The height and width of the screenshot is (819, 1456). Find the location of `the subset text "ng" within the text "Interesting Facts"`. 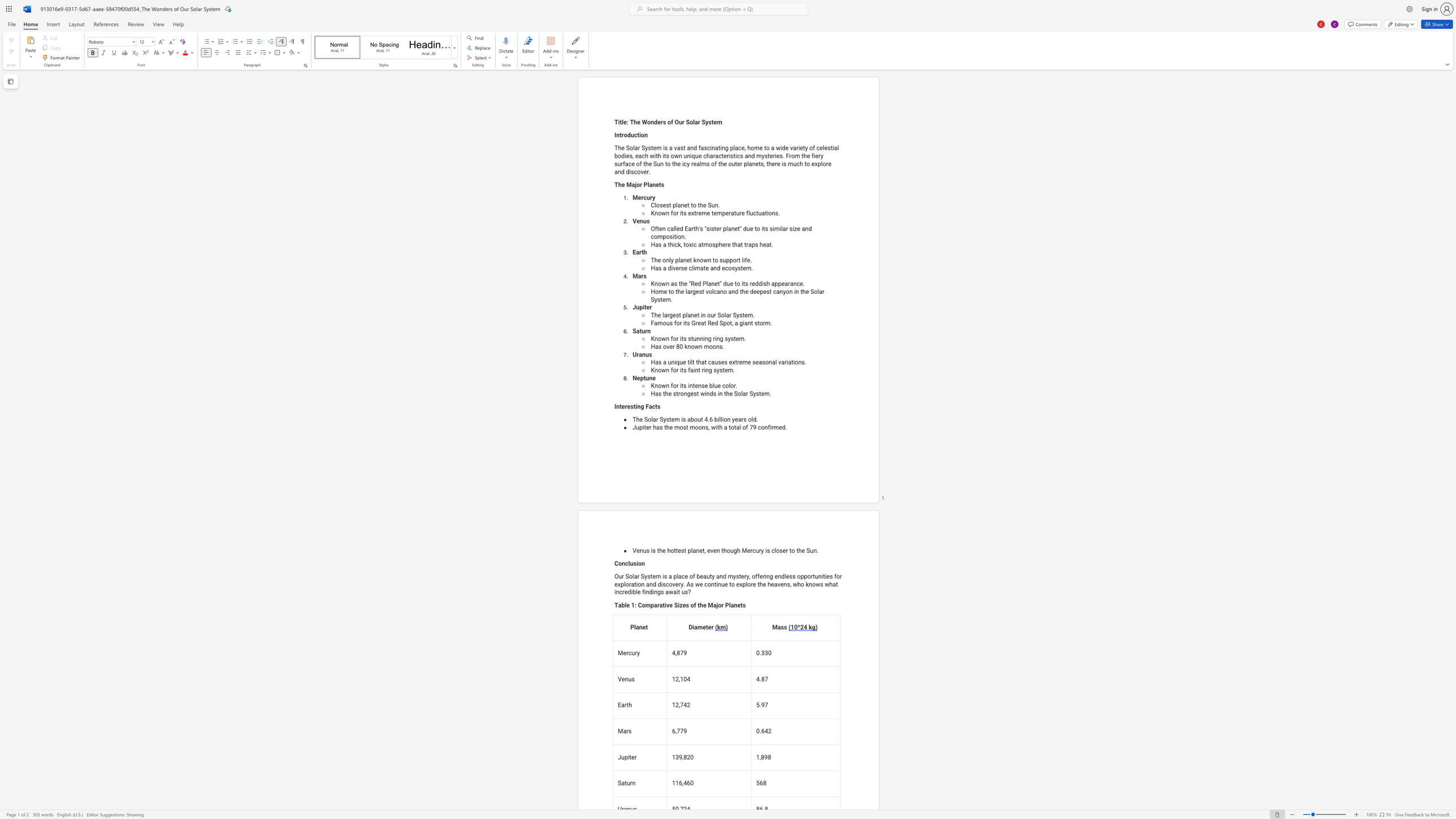

the subset text "ng" within the text "Interesting Facts" is located at coordinates (637, 406).